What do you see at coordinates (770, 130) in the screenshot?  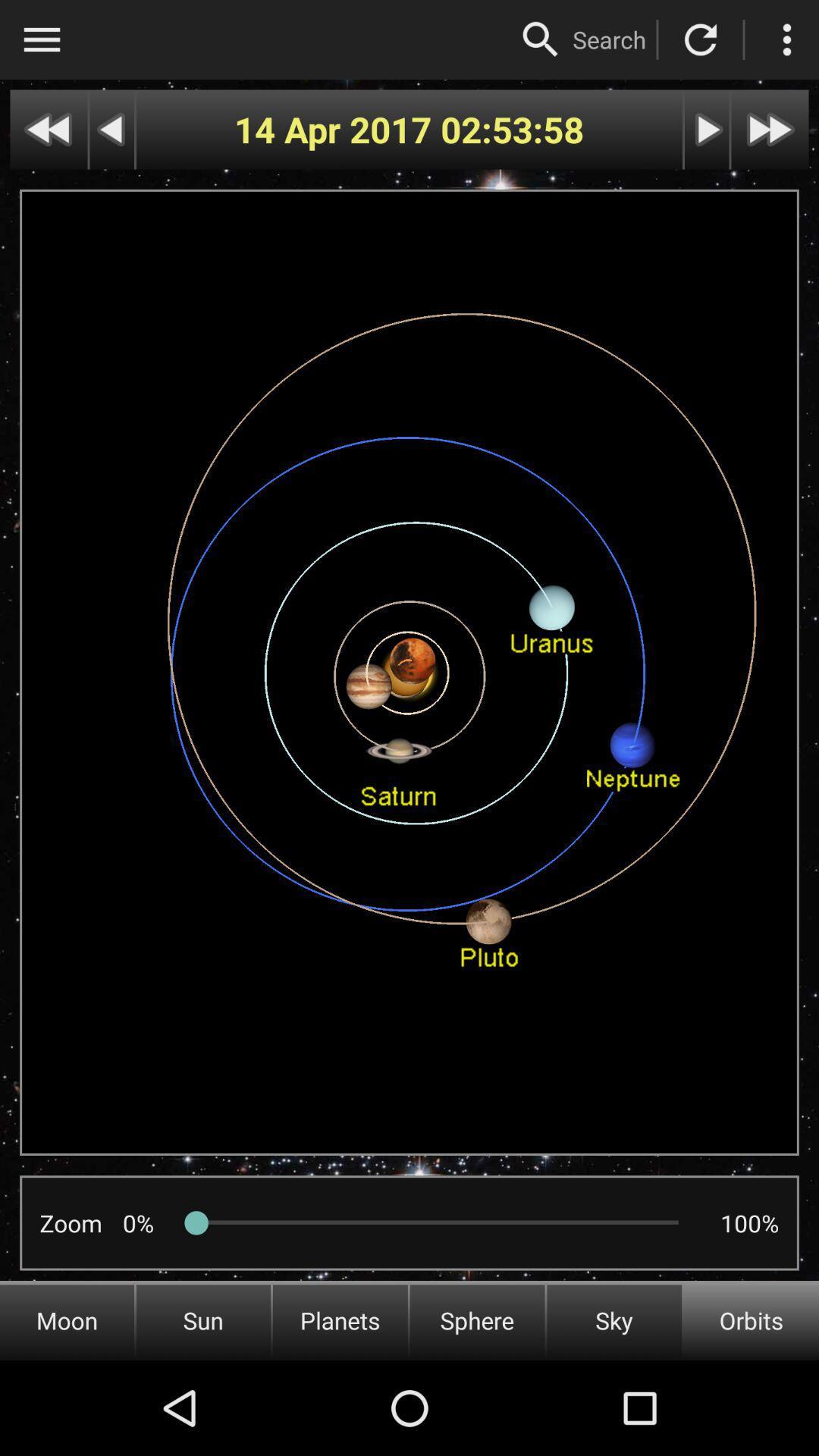 I see `next` at bounding box center [770, 130].